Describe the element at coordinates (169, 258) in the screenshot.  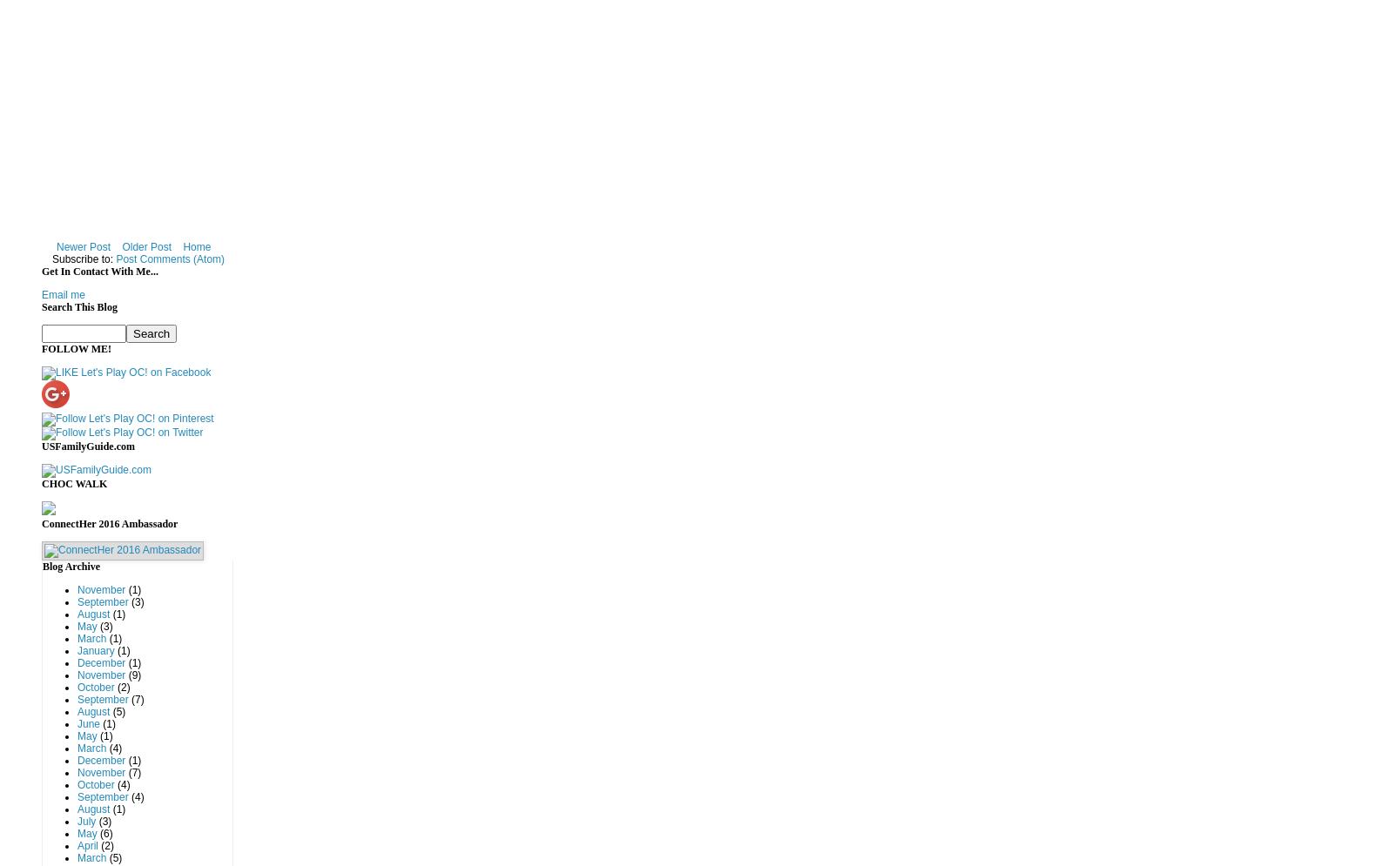
I see `'Post Comments (Atom)'` at that location.